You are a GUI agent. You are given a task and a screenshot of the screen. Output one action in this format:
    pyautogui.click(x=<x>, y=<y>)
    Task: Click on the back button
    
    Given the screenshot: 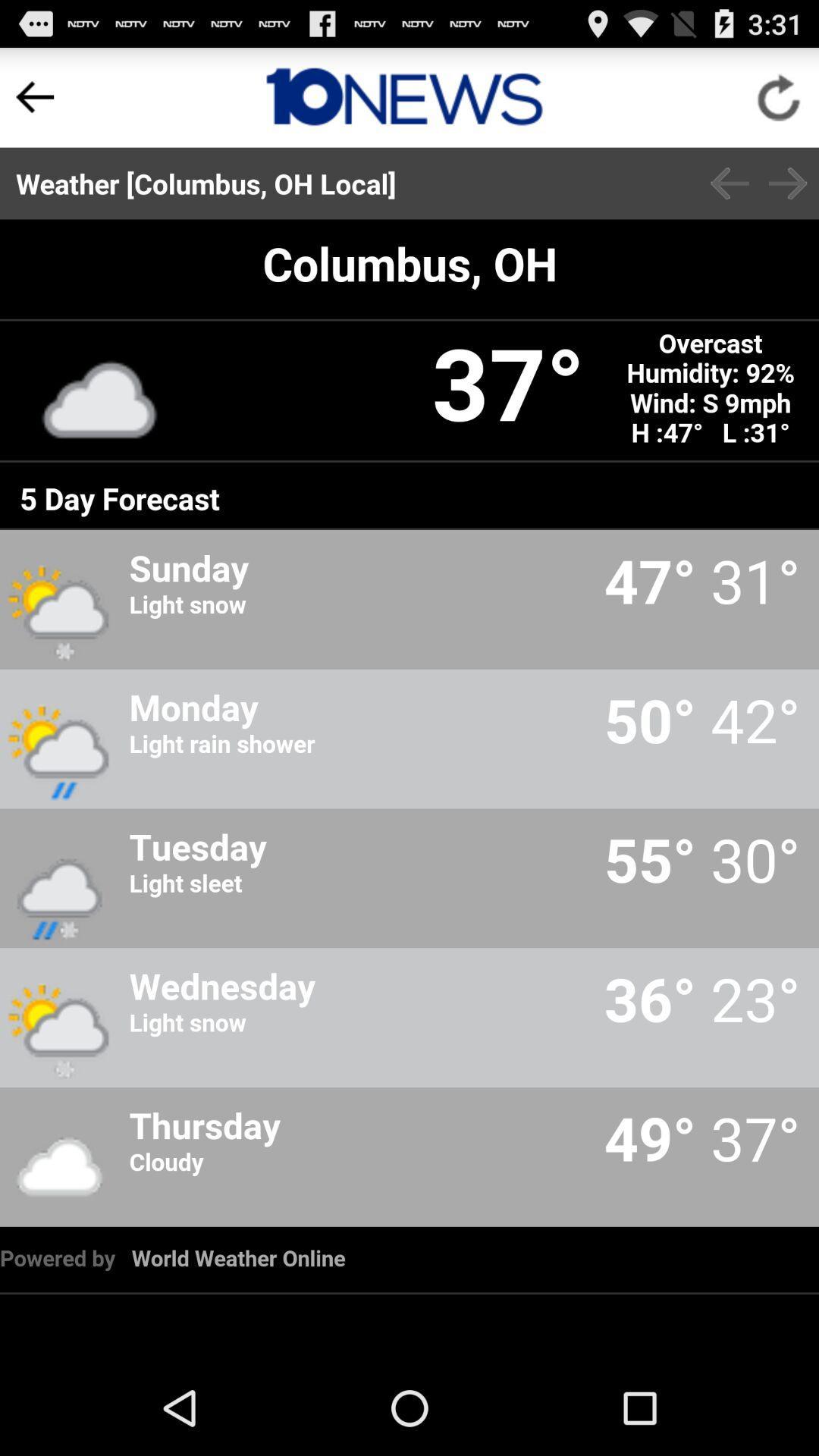 What is the action you would take?
    pyautogui.click(x=729, y=183)
    